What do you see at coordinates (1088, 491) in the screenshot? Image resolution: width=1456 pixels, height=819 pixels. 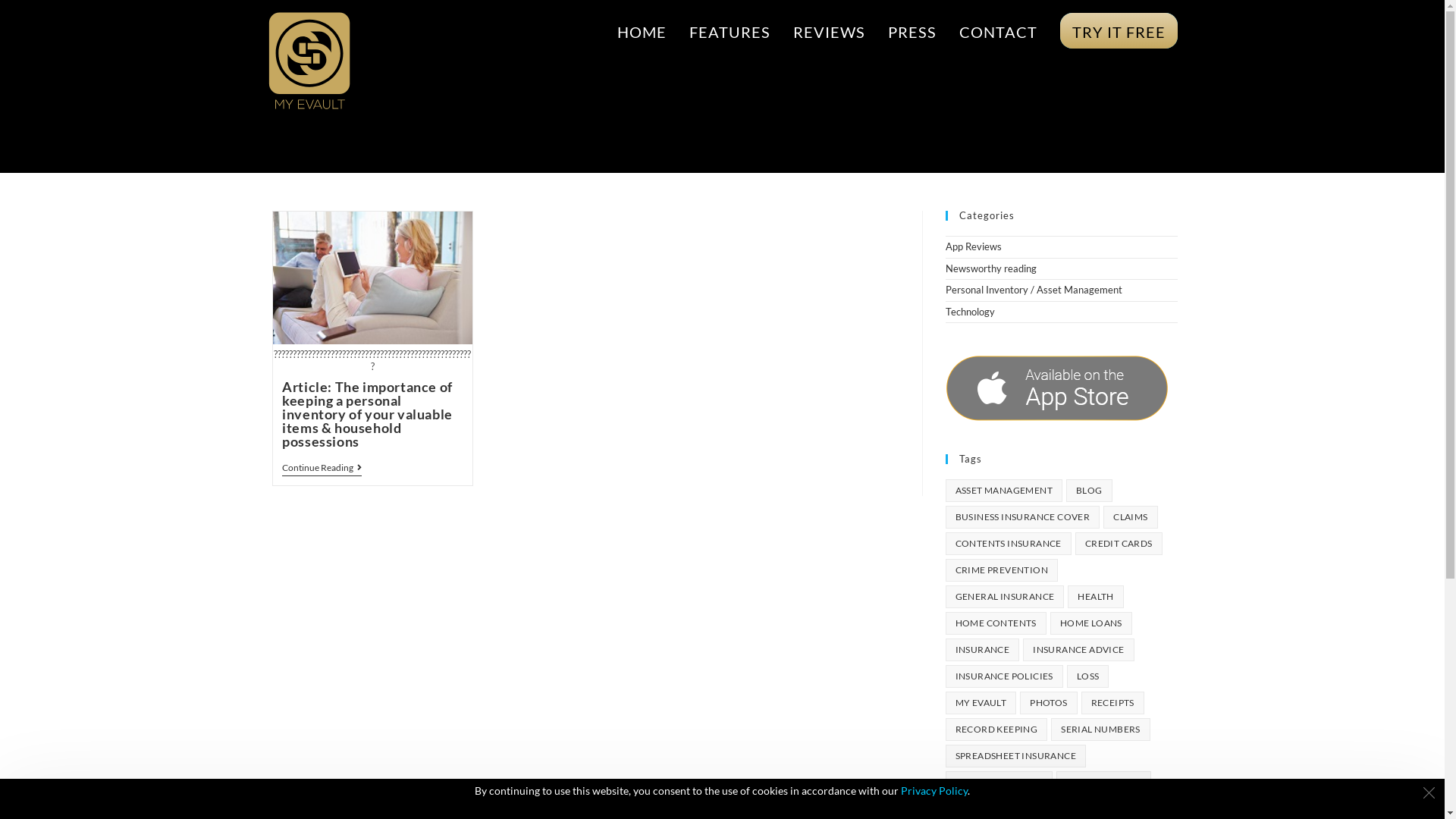 I see `'BLOG'` at bounding box center [1088, 491].